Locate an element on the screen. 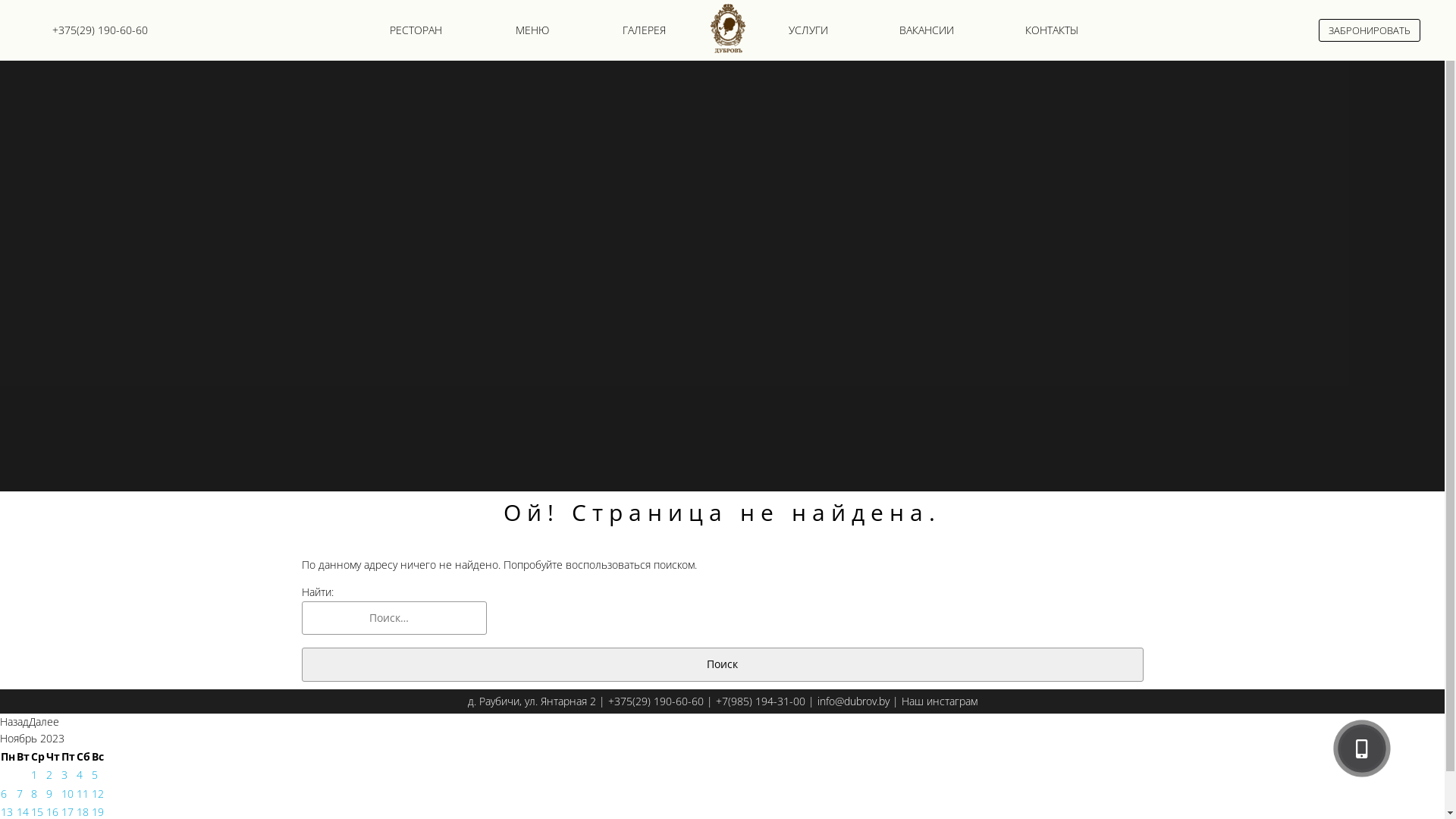 The height and width of the screenshot is (819, 1456). '12' is located at coordinates (97, 792).